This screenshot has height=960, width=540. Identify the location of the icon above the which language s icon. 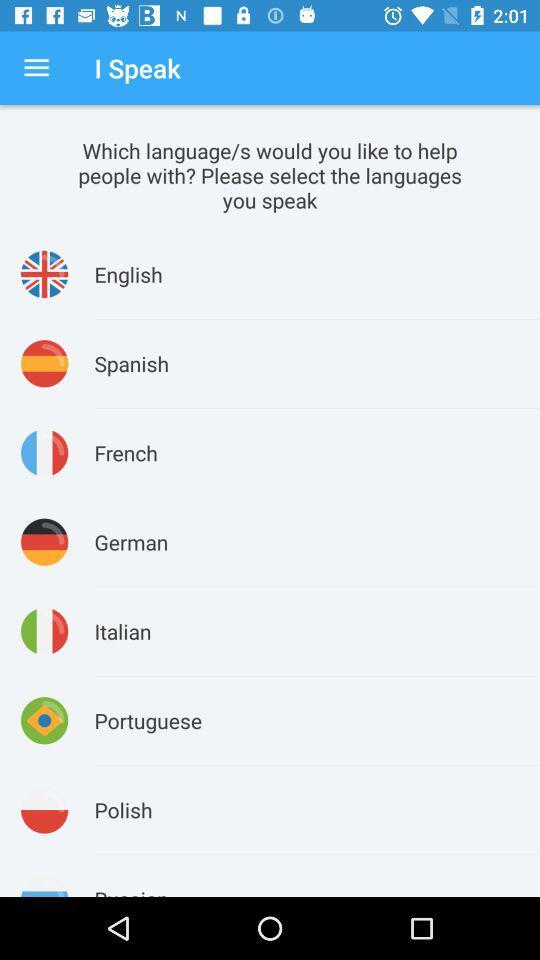
(36, 68).